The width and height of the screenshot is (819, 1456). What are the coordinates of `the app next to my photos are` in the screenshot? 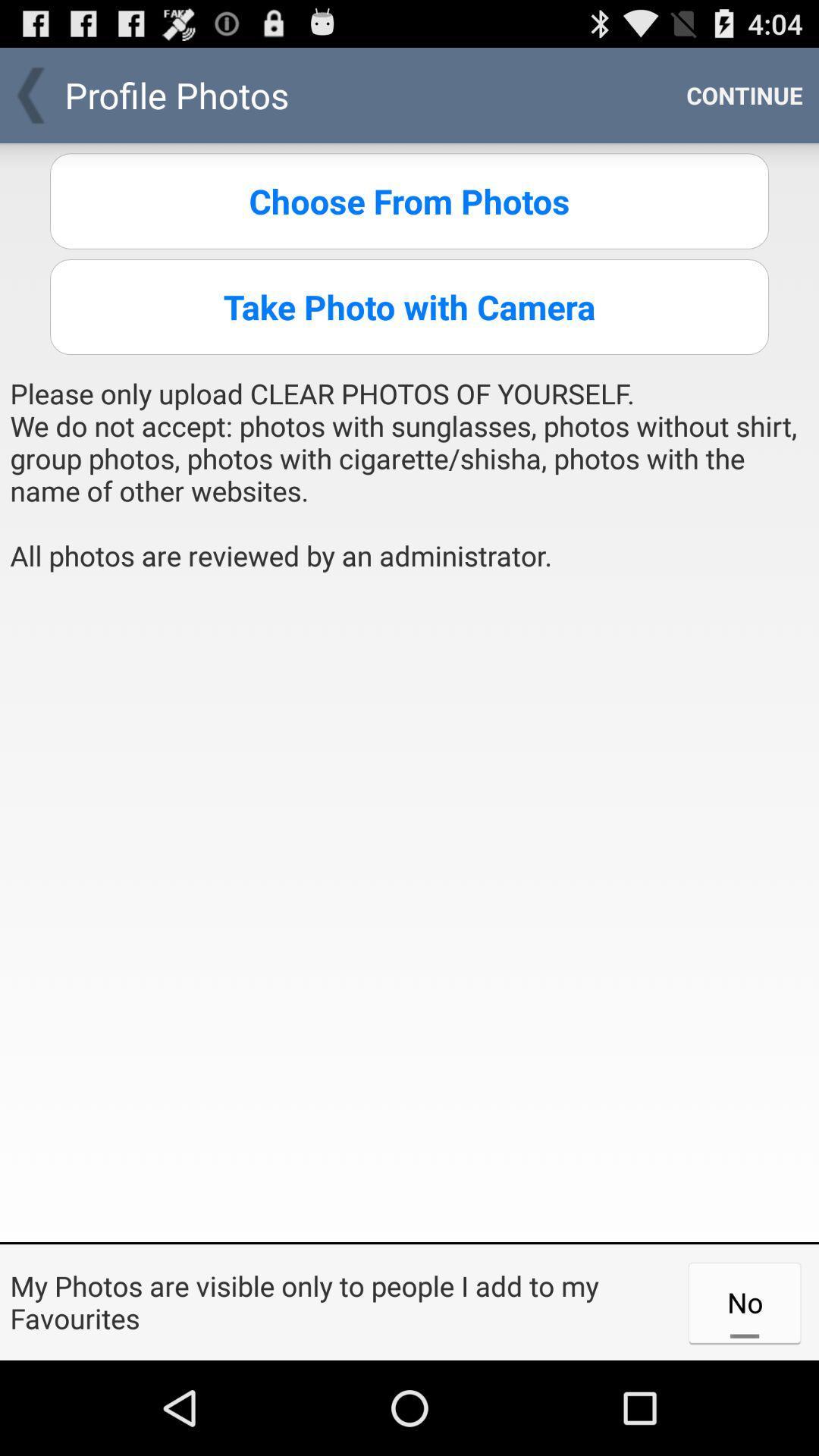 It's located at (744, 1301).